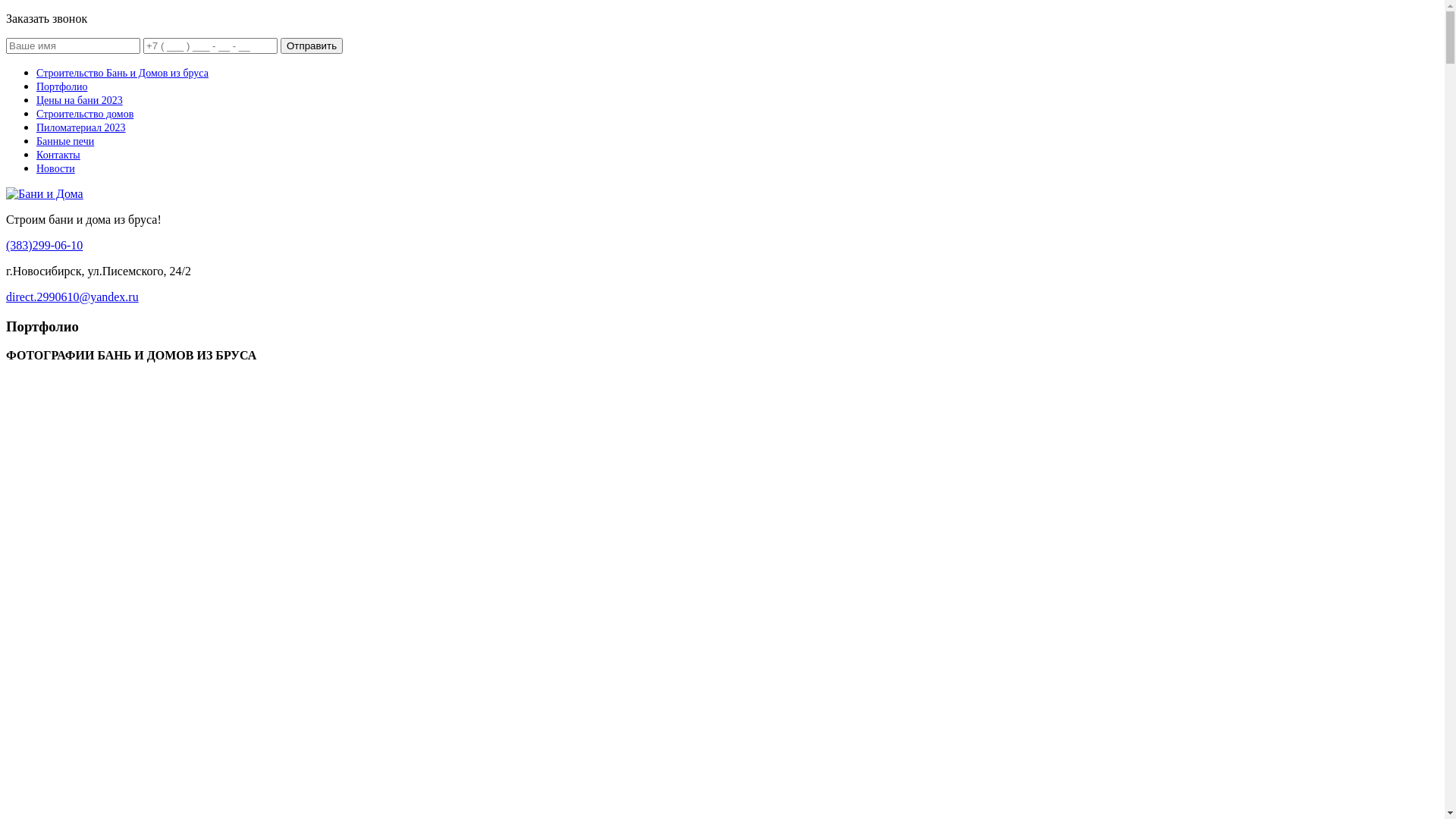 The height and width of the screenshot is (819, 1456). Describe the element at coordinates (6, 244) in the screenshot. I see `'(383)299-06-10'` at that location.